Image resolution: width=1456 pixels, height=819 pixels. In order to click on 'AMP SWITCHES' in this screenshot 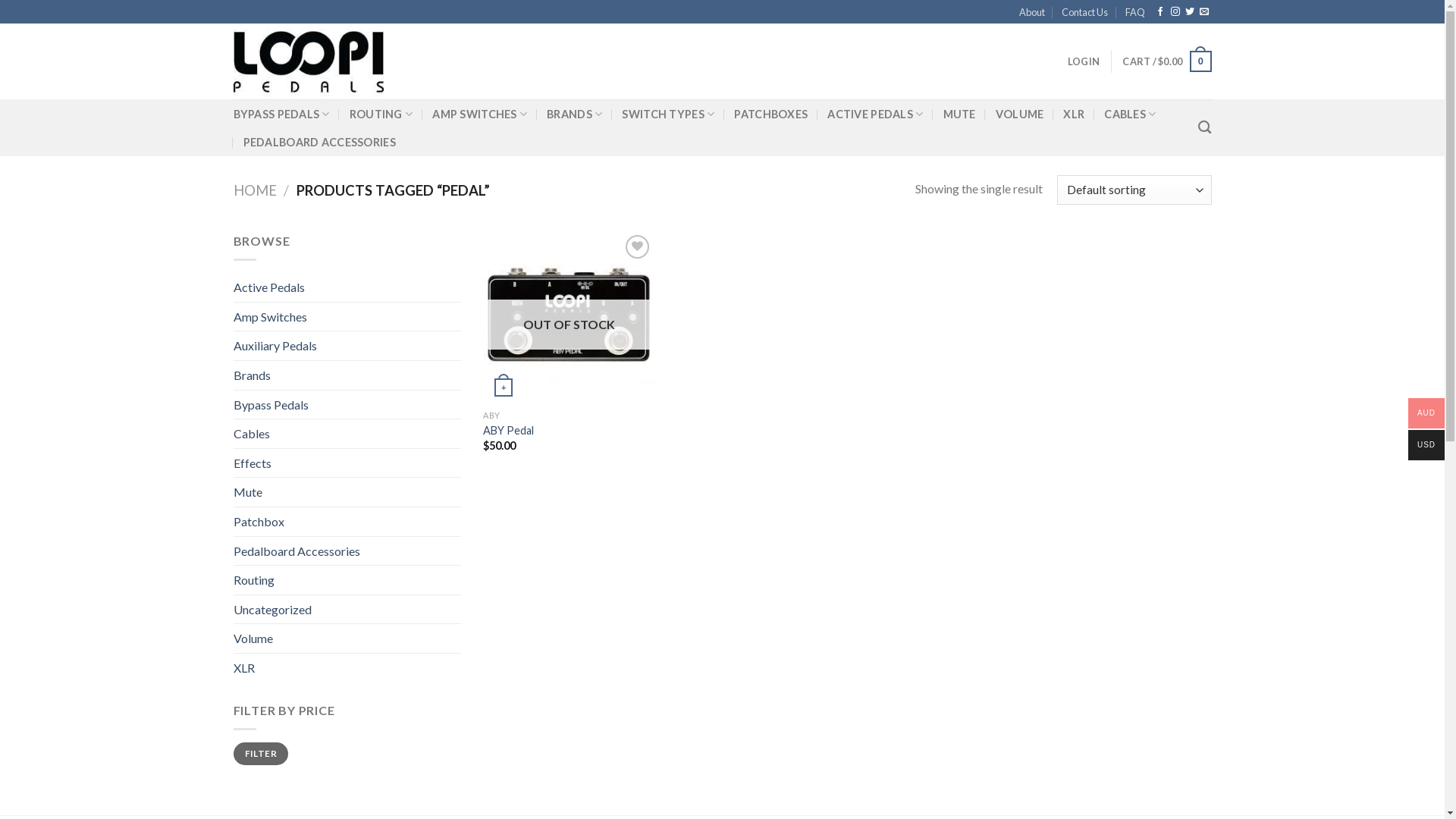, I will do `click(431, 113)`.